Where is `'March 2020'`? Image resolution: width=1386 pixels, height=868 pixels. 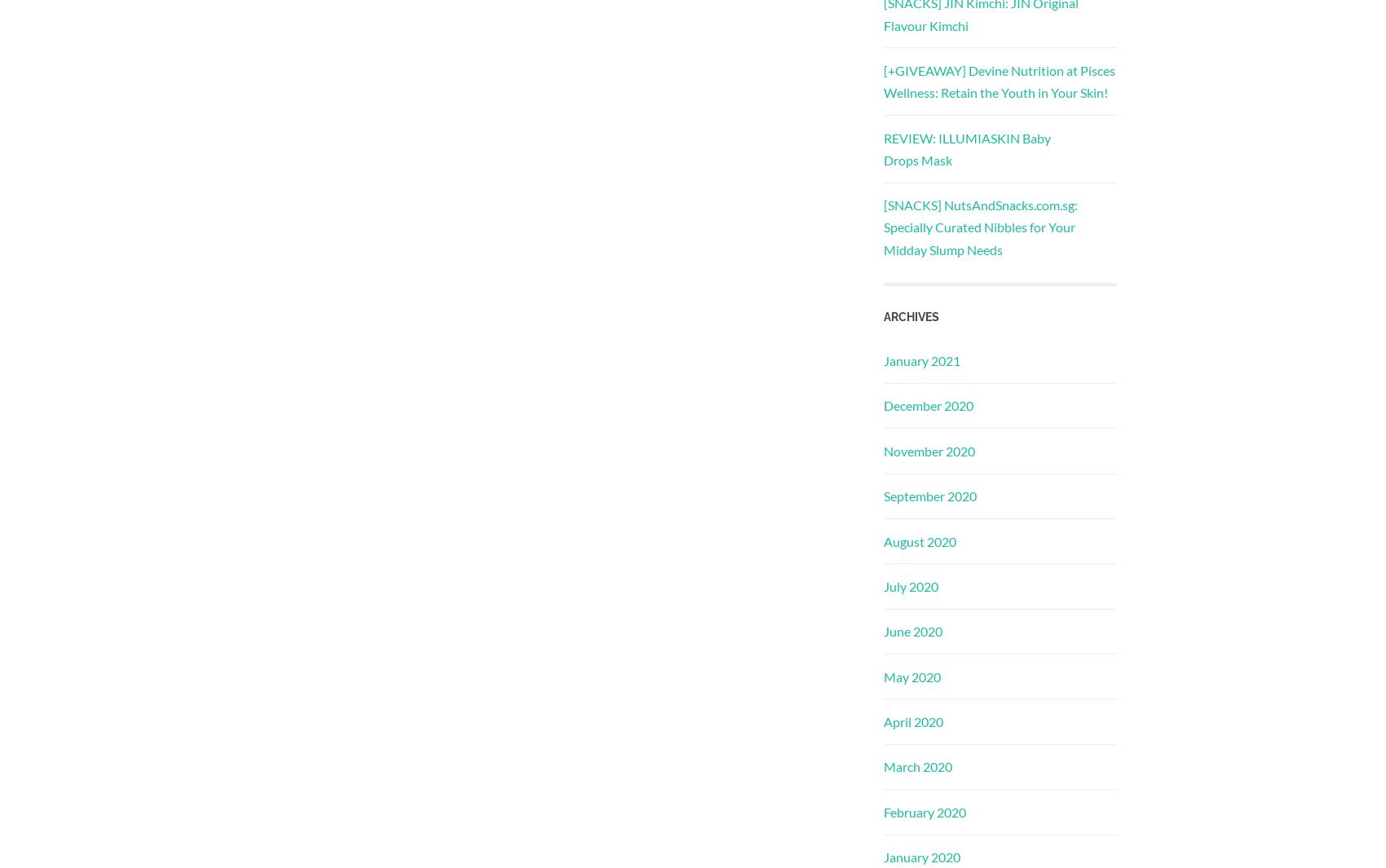
'March 2020' is located at coordinates (918, 766).